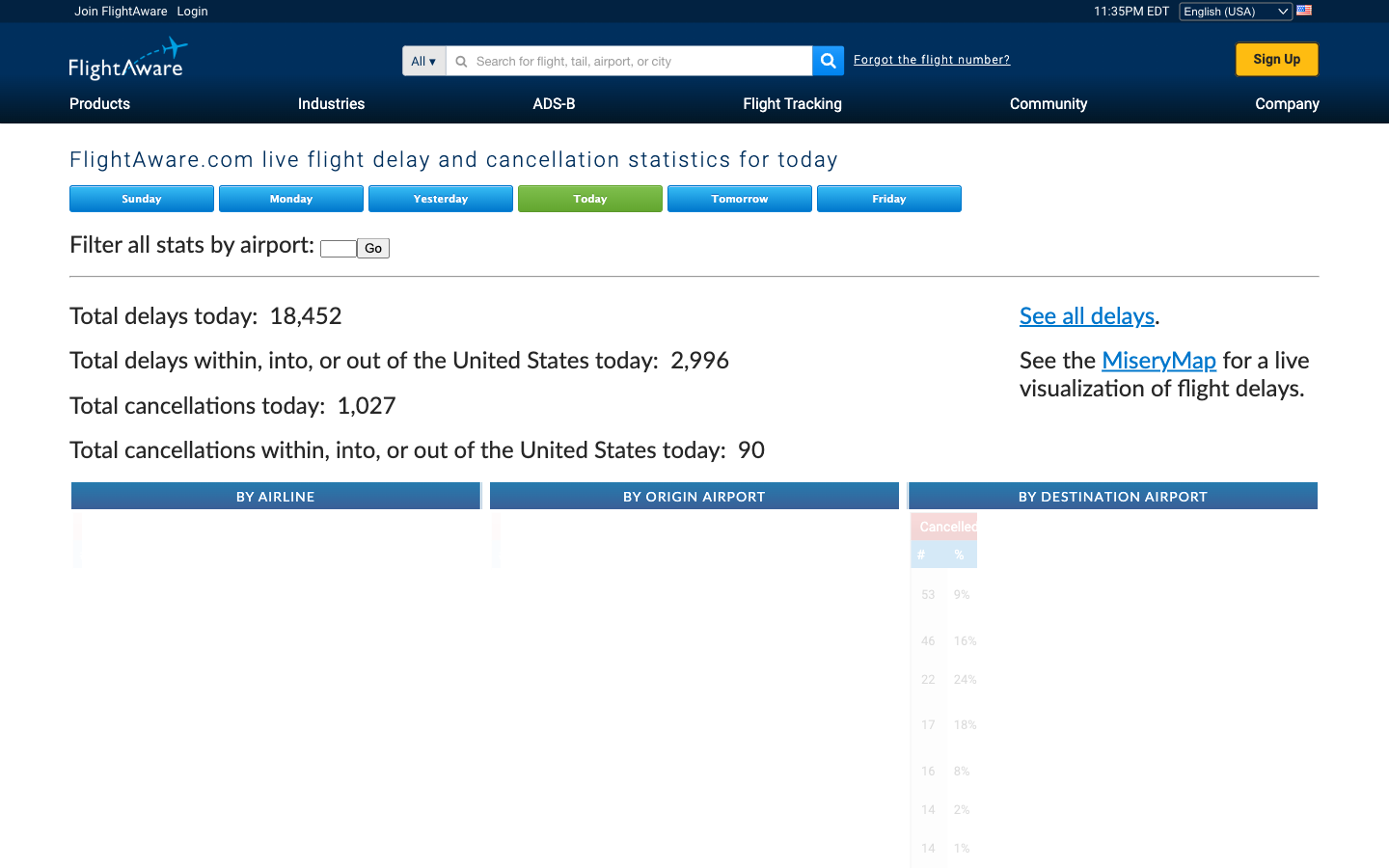  What do you see at coordinates (293, 199) in the screenshot?
I see `Check Flight Aware live flight delay and cancellation statistics for Monday` at bounding box center [293, 199].